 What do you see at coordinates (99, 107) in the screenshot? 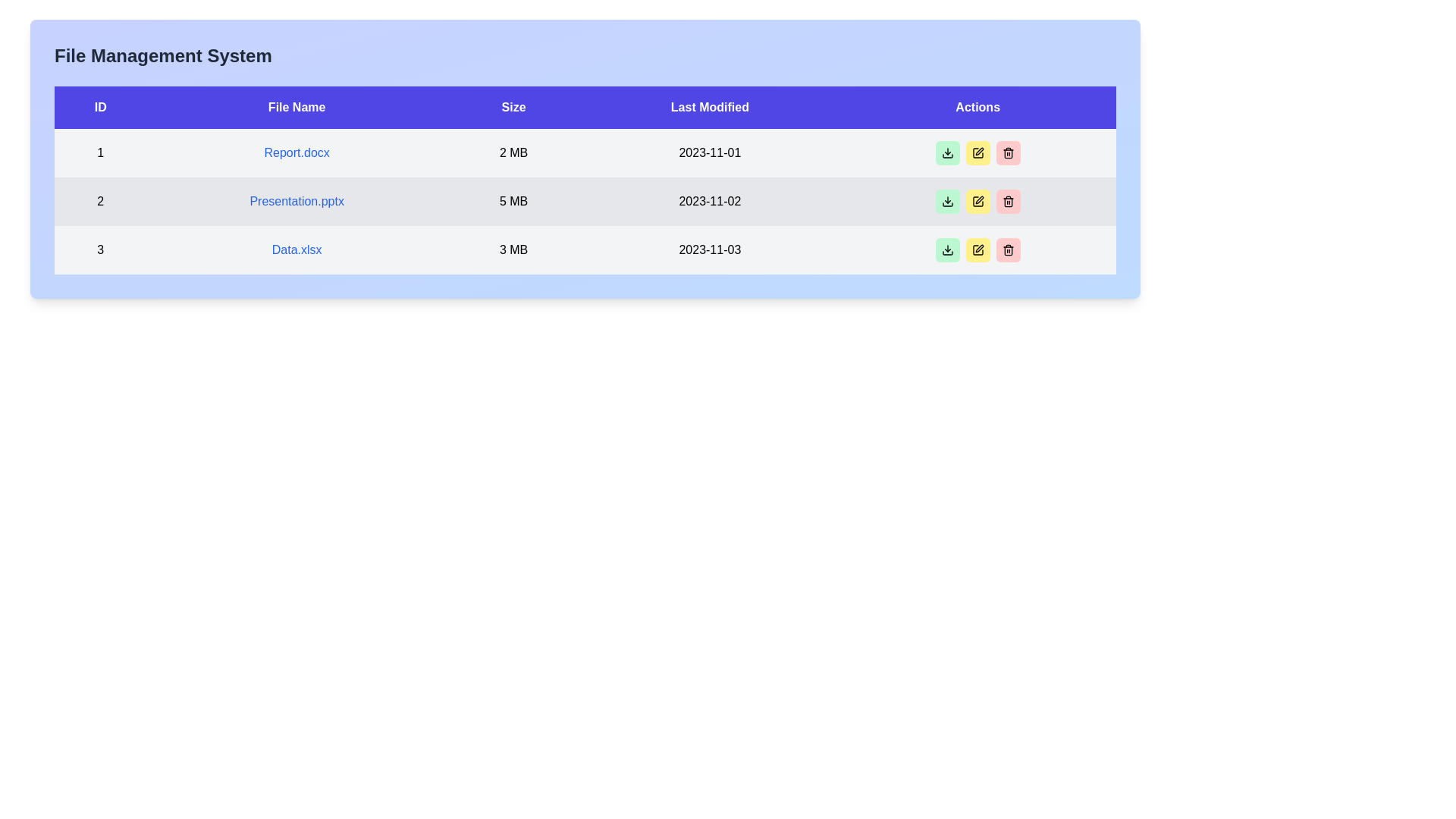
I see `the Text label that serves as the header for the 'ID' column in the table, which is located at the very left of the row of column headers` at bounding box center [99, 107].